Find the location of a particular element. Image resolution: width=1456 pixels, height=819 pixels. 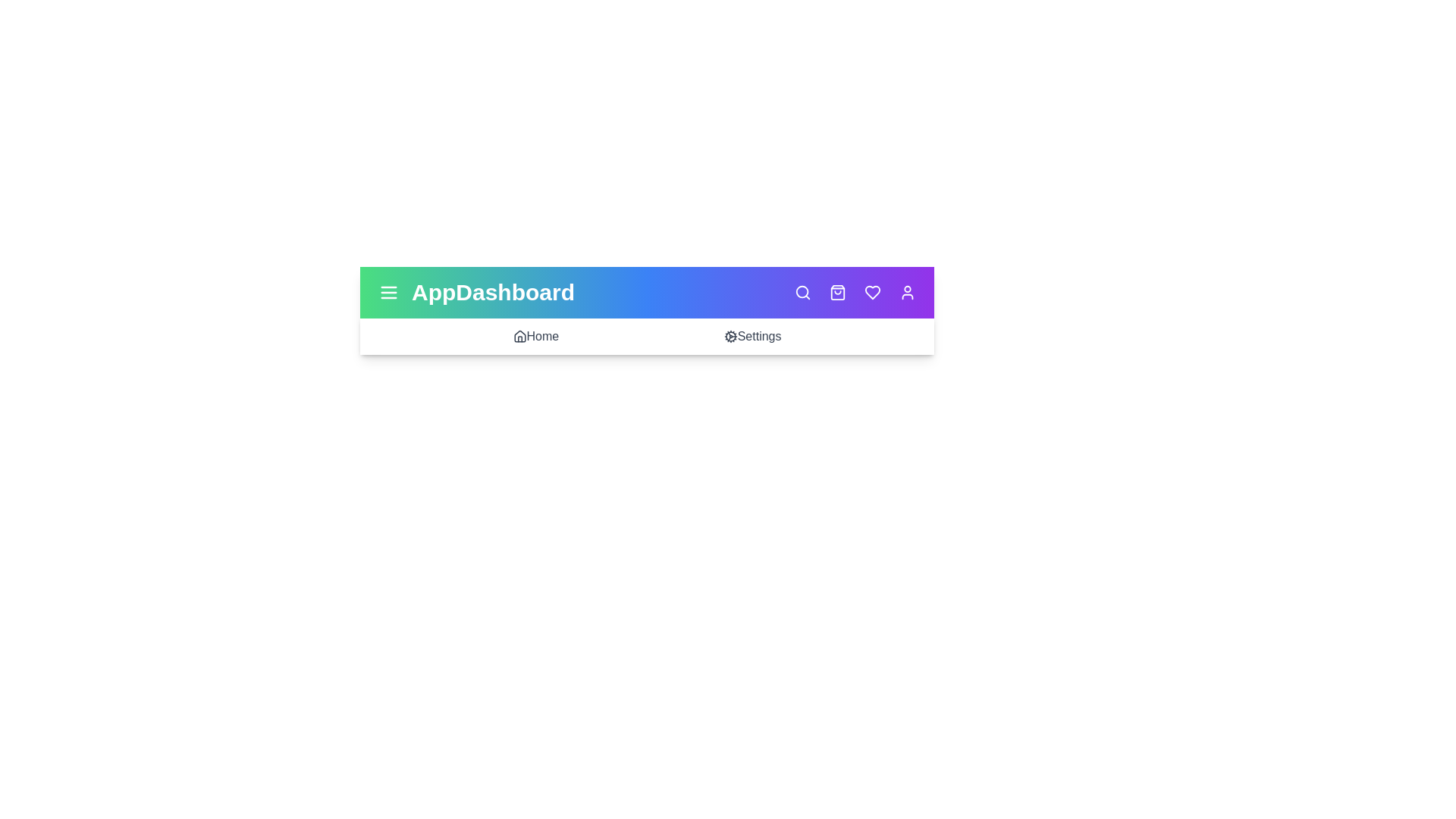

the text 'AppDashboard' to select it is located at coordinates (492, 292).